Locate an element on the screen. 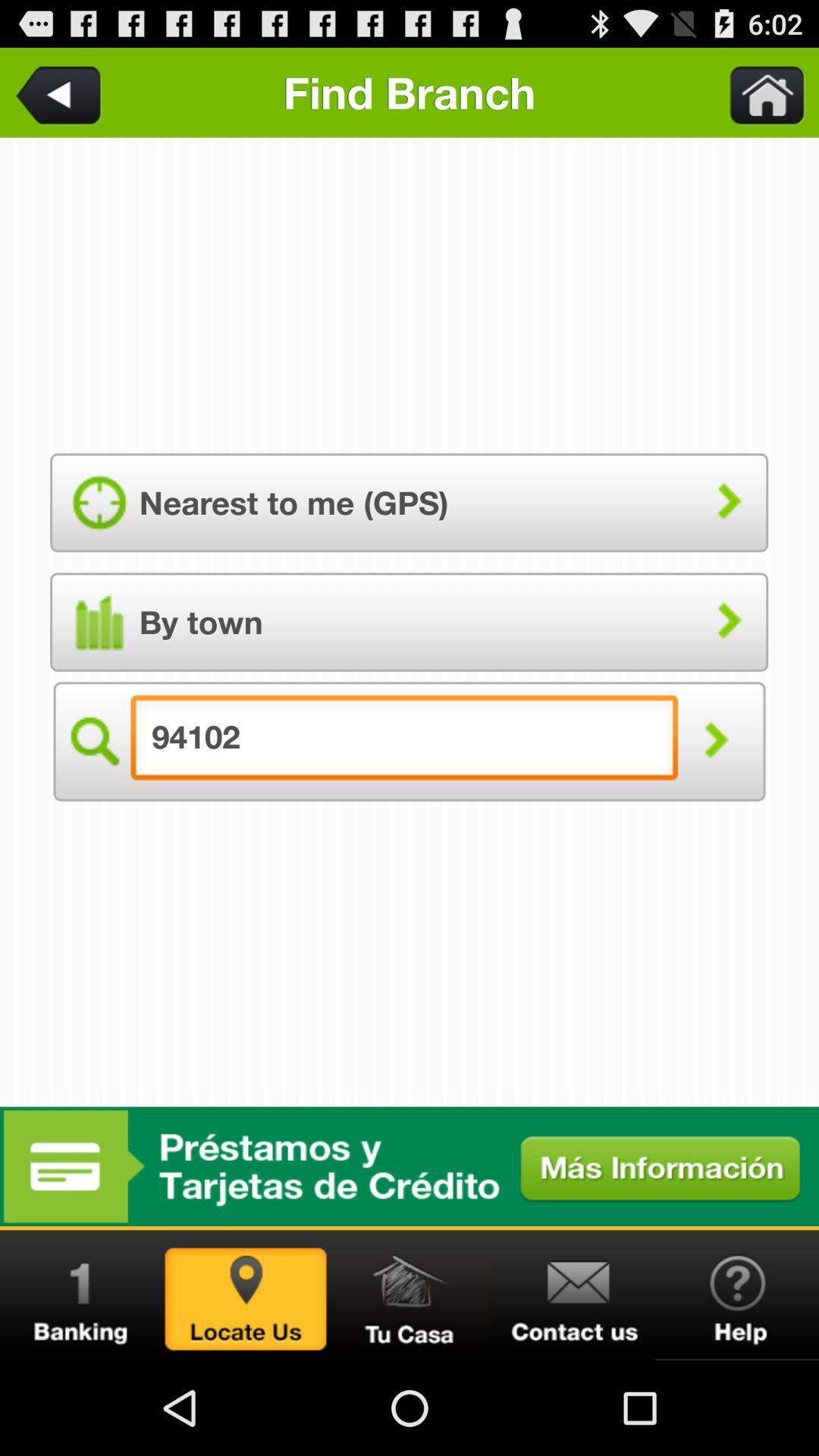 The width and height of the screenshot is (819, 1456). search by text is located at coordinates (715, 742).